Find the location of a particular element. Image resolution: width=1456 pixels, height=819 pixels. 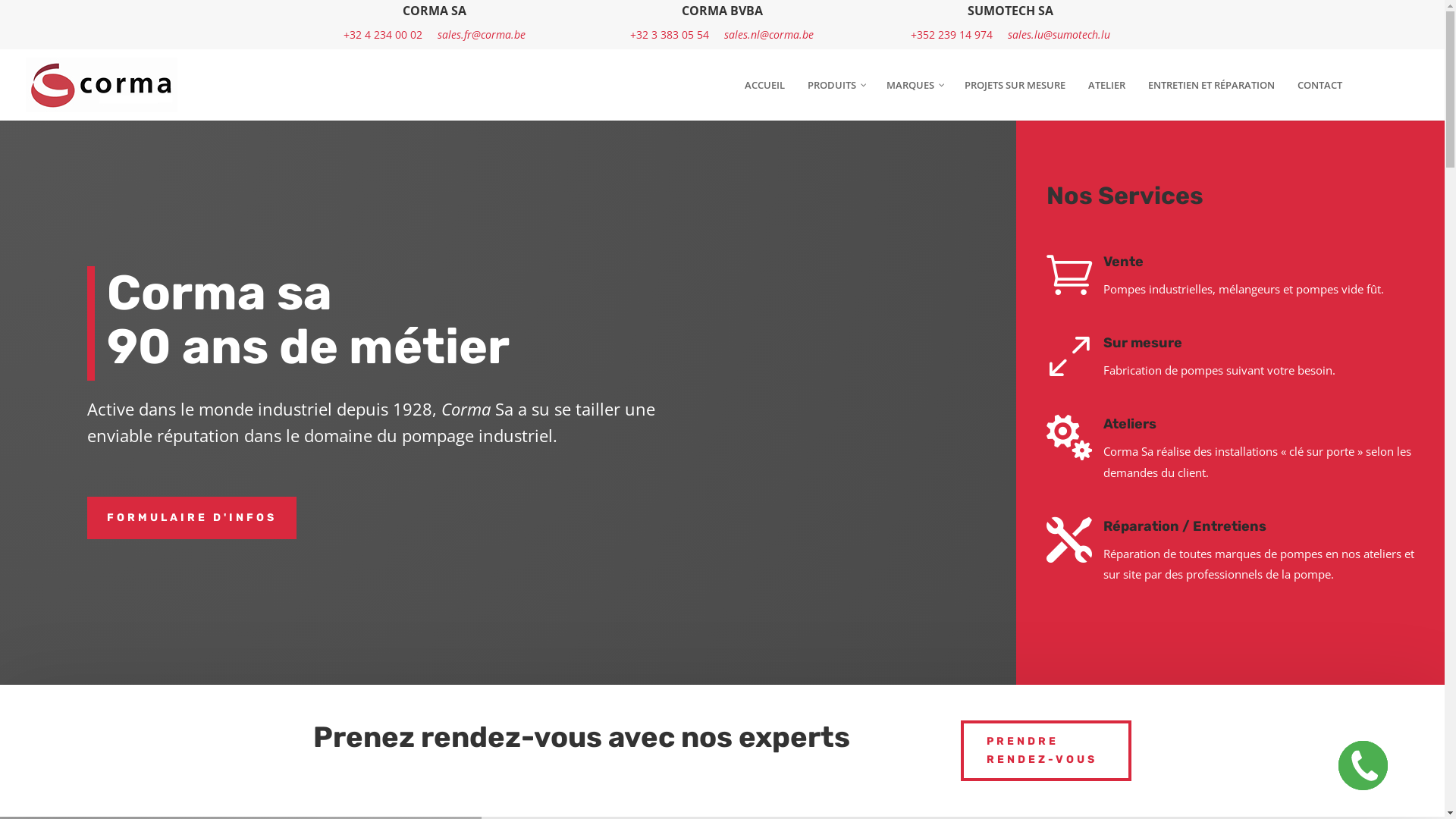

'sales.fr@corma.be' is located at coordinates (480, 34).